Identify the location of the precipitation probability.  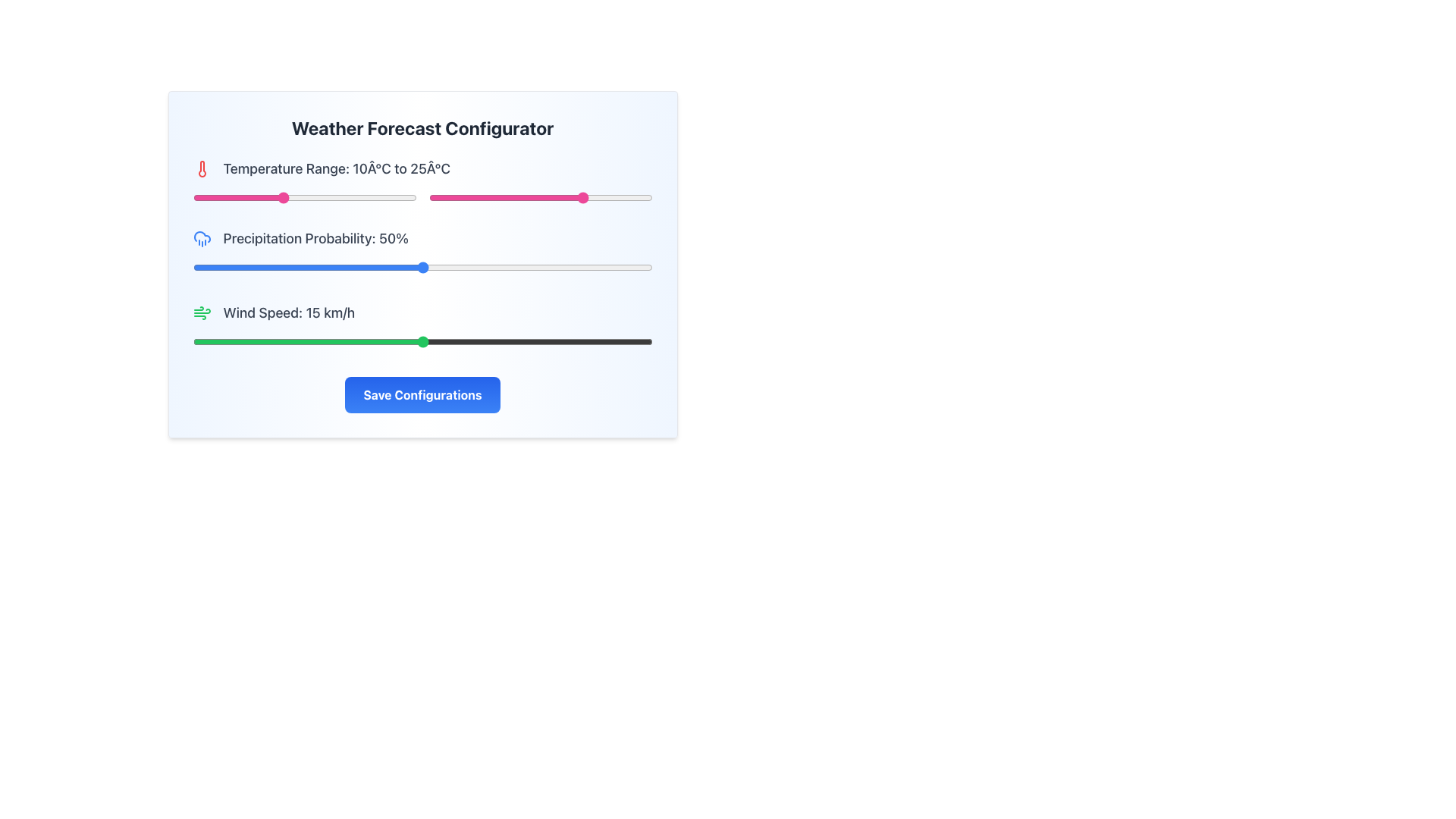
(253, 267).